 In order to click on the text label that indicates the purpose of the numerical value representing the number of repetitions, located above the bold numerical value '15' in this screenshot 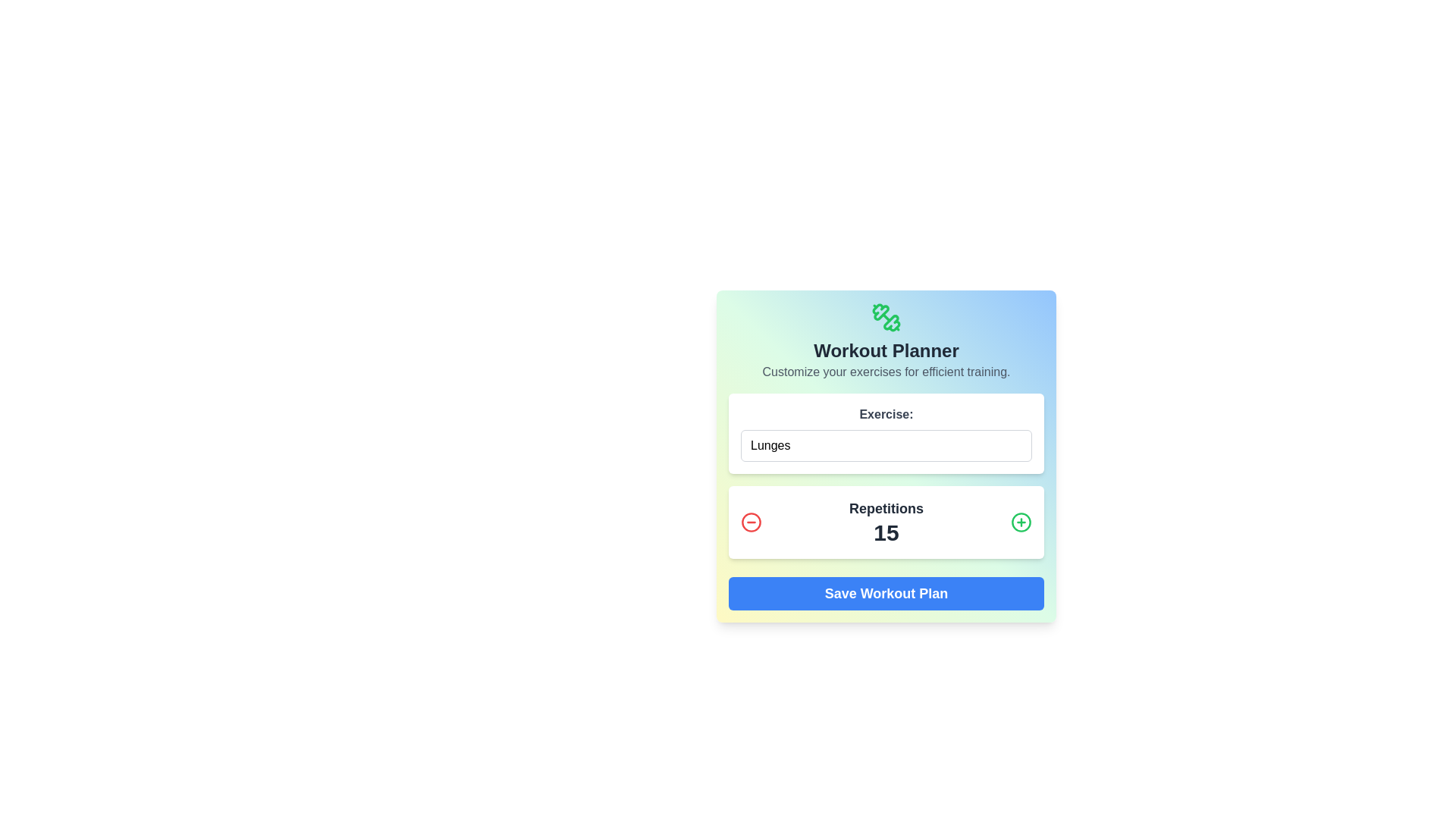, I will do `click(886, 509)`.